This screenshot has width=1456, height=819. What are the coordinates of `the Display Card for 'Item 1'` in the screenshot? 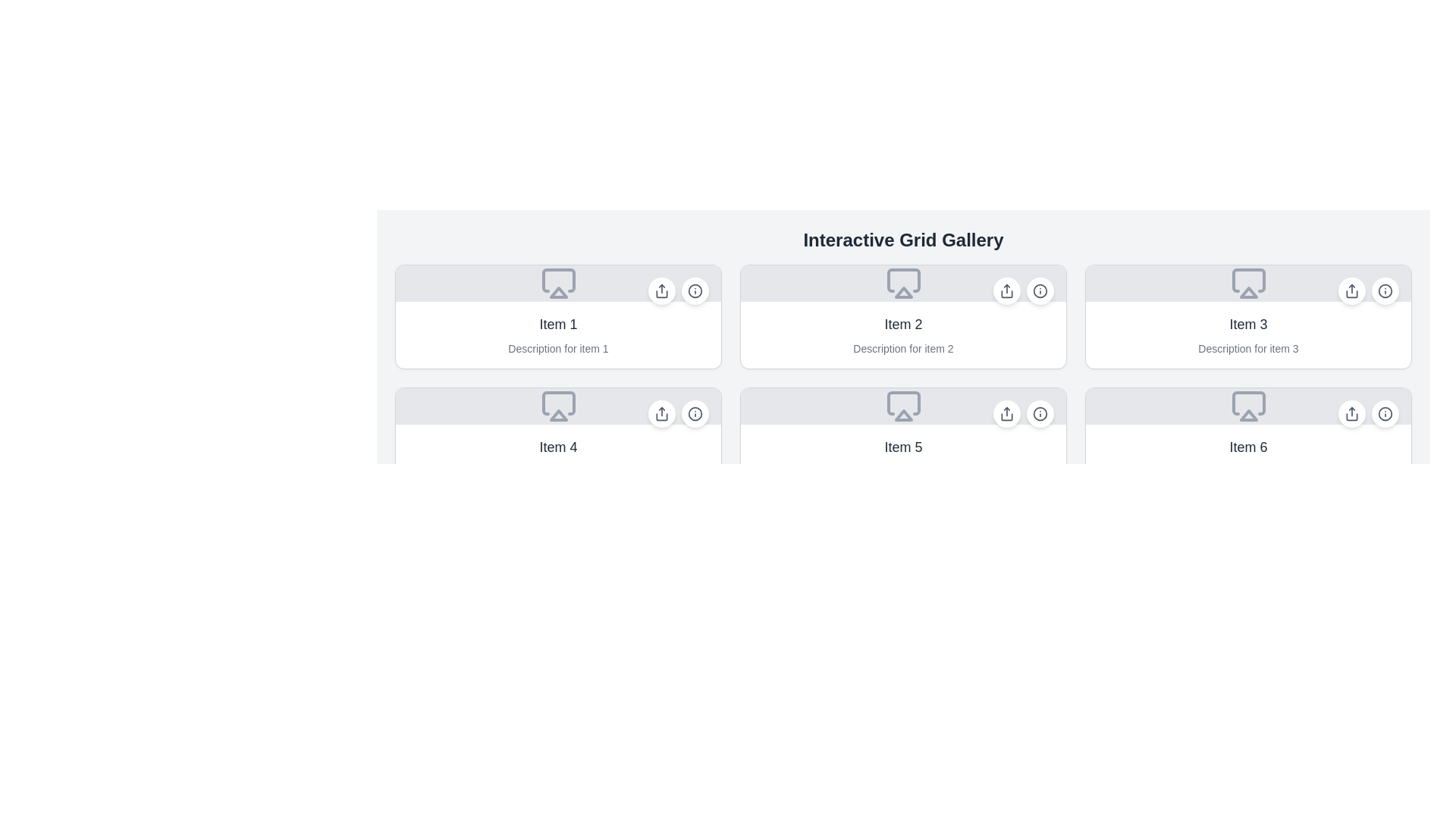 It's located at (557, 315).